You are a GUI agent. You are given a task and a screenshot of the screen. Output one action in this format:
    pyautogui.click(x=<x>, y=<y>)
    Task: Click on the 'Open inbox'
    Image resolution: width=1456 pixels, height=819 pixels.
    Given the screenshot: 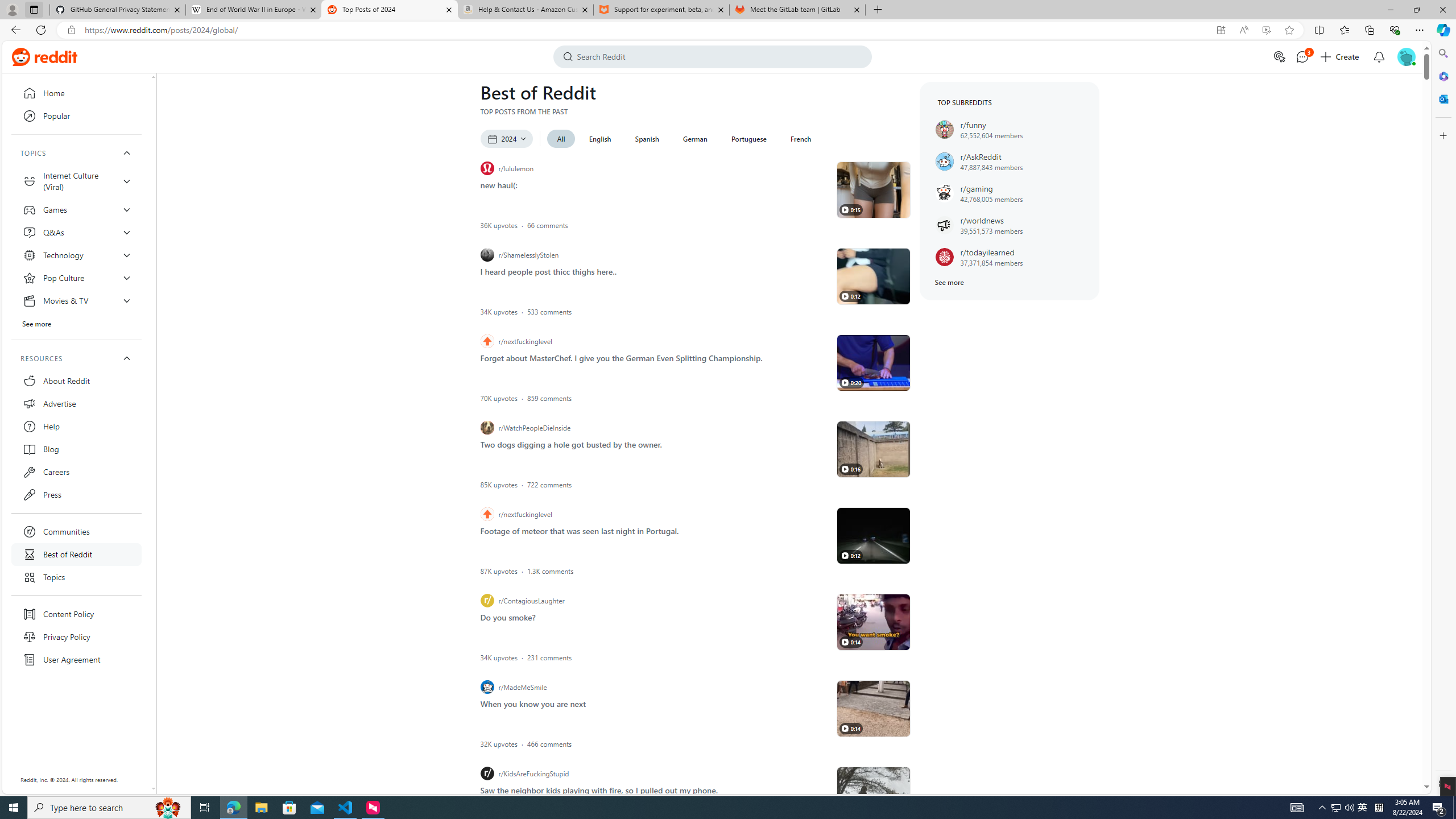 What is the action you would take?
    pyautogui.click(x=1379, y=56)
    